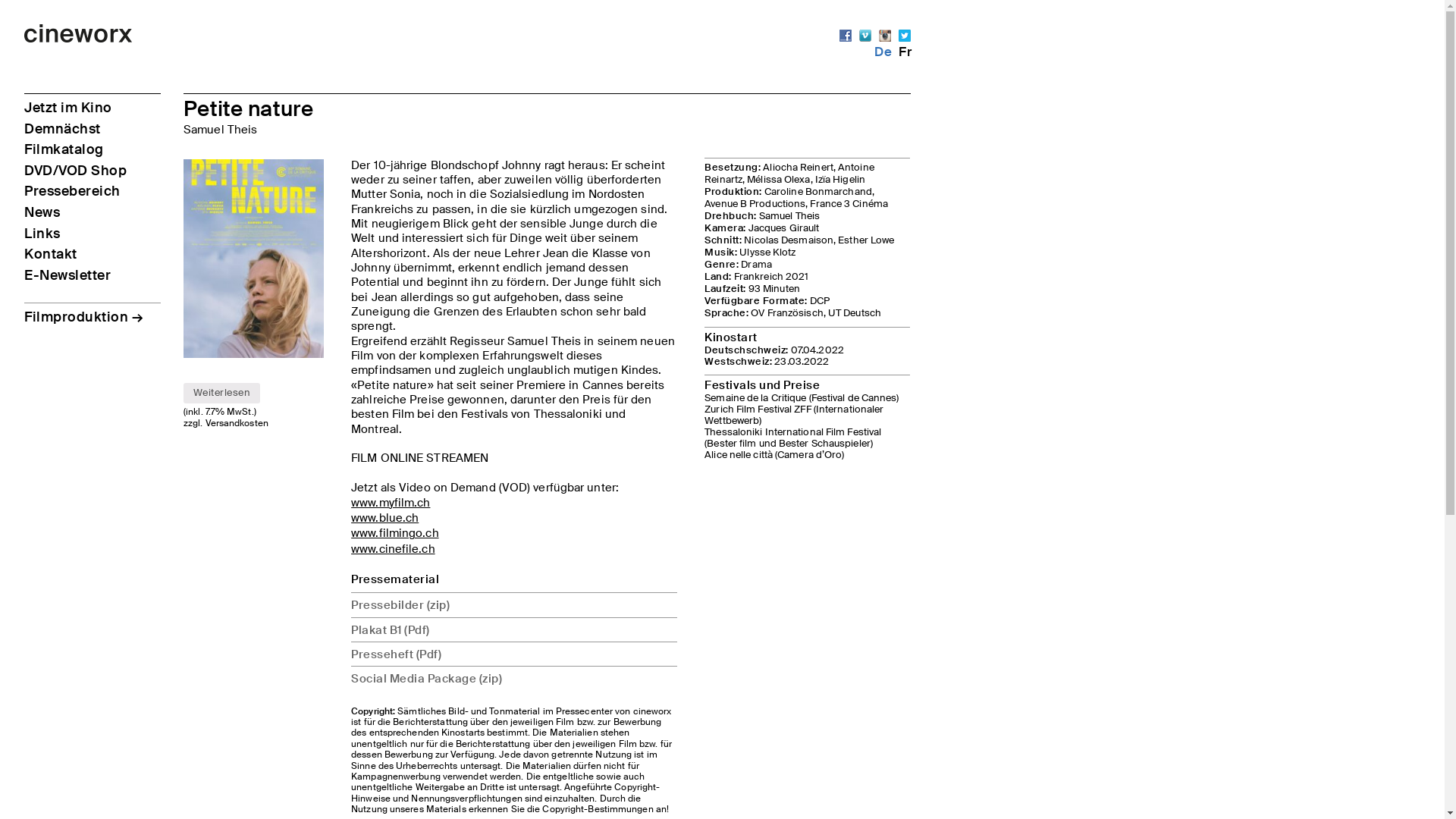  What do you see at coordinates (74, 170) in the screenshot?
I see `'DVD/VOD Shop'` at bounding box center [74, 170].